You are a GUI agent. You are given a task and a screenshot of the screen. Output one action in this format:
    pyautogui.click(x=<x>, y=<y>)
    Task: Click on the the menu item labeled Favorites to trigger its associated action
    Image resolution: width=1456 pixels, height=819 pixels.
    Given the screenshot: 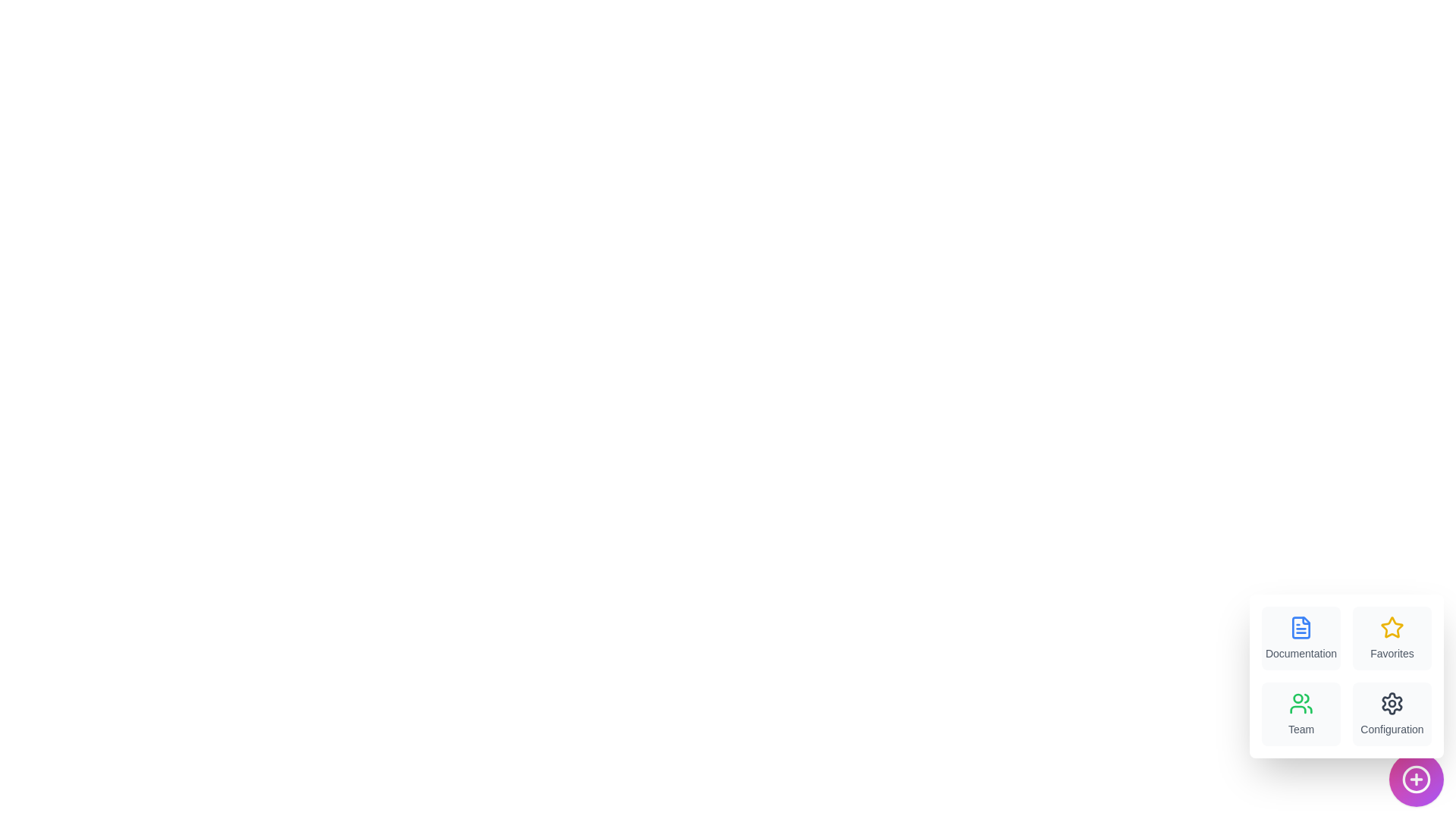 What is the action you would take?
    pyautogui.click(x=1392, y=638)
    